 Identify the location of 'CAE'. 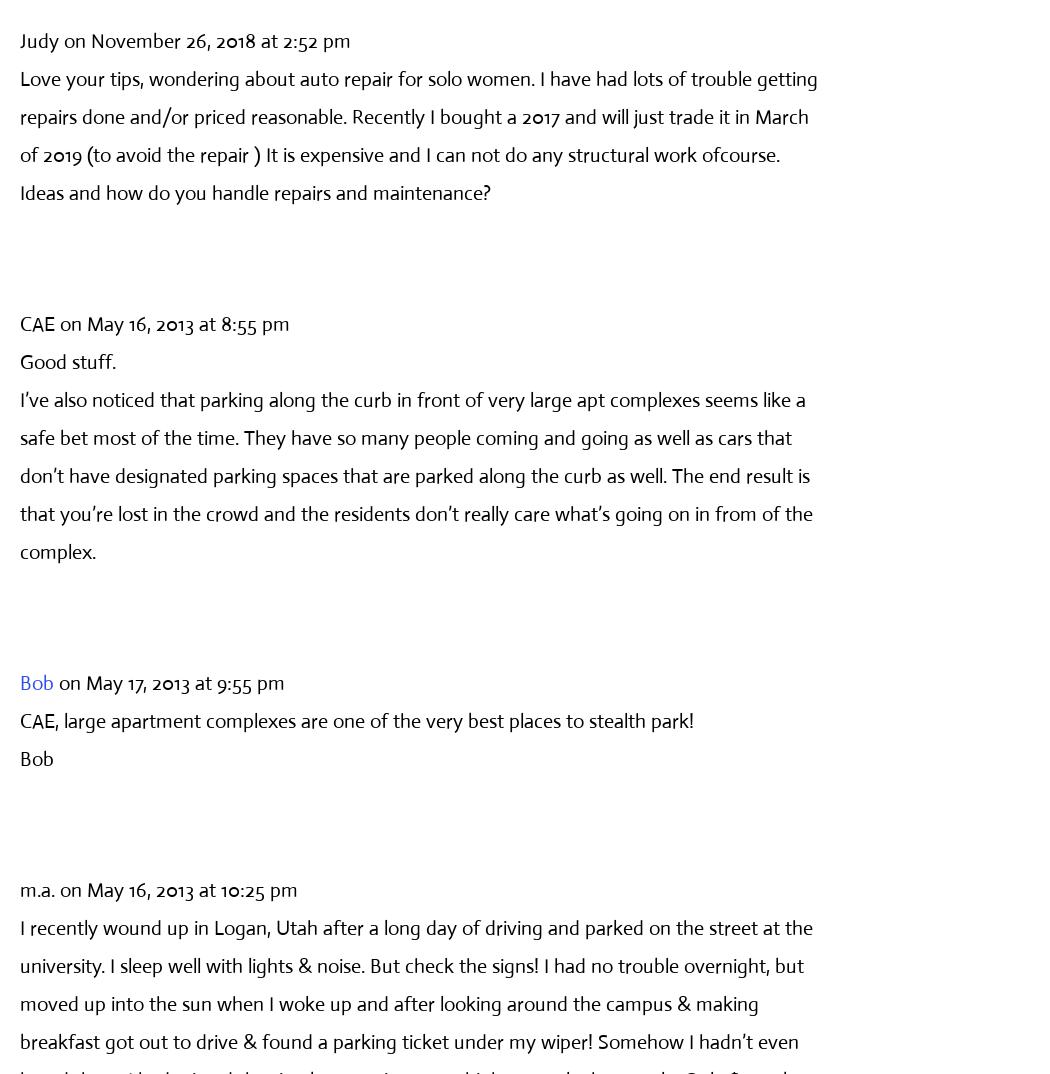
(37, 322).